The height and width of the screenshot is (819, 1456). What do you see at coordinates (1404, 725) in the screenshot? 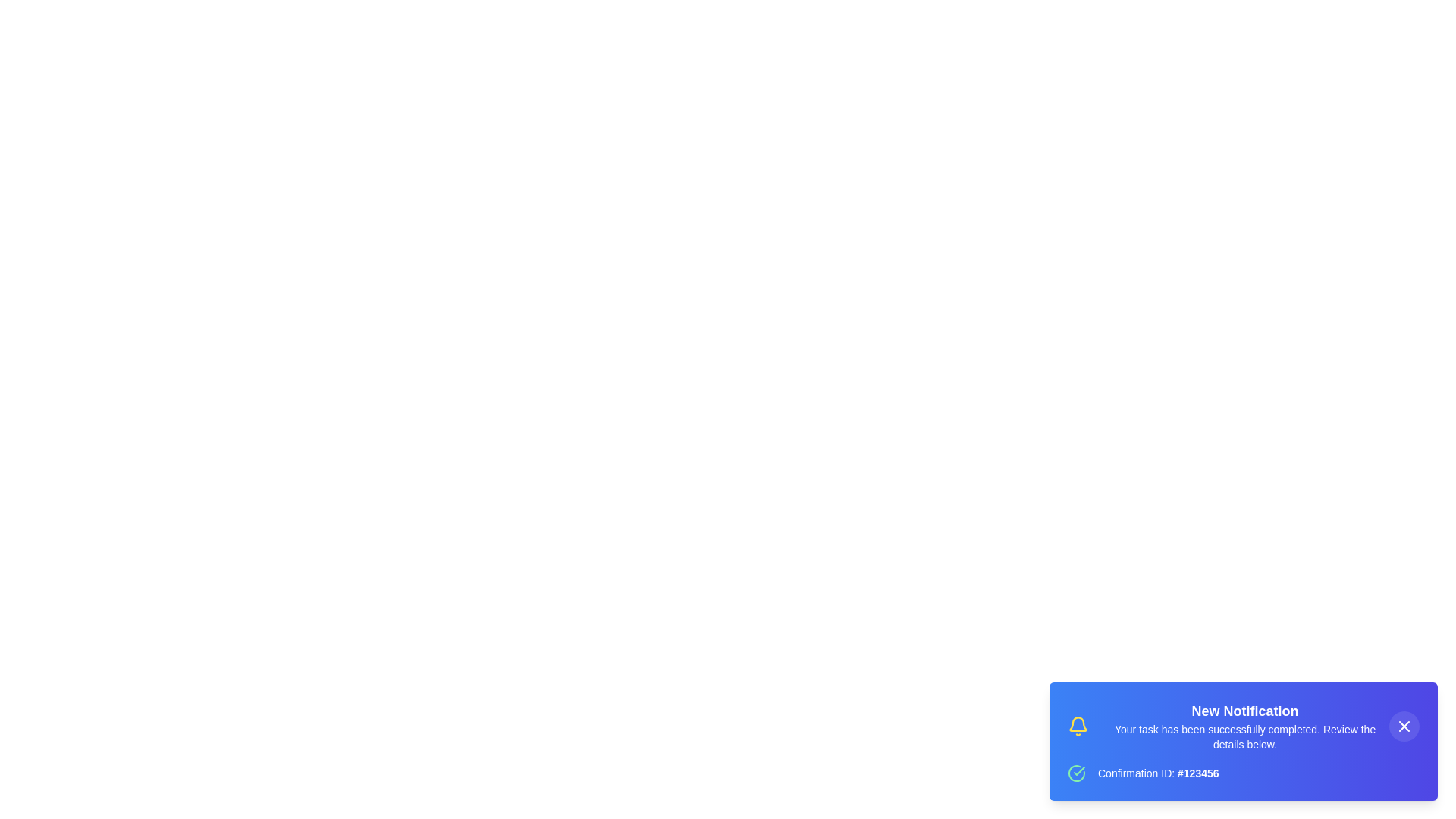
I see `the Close button (icon) styled as an 'X' within a circular button located at the top-right corner of the notification card` at bounding box center [1404, 725].